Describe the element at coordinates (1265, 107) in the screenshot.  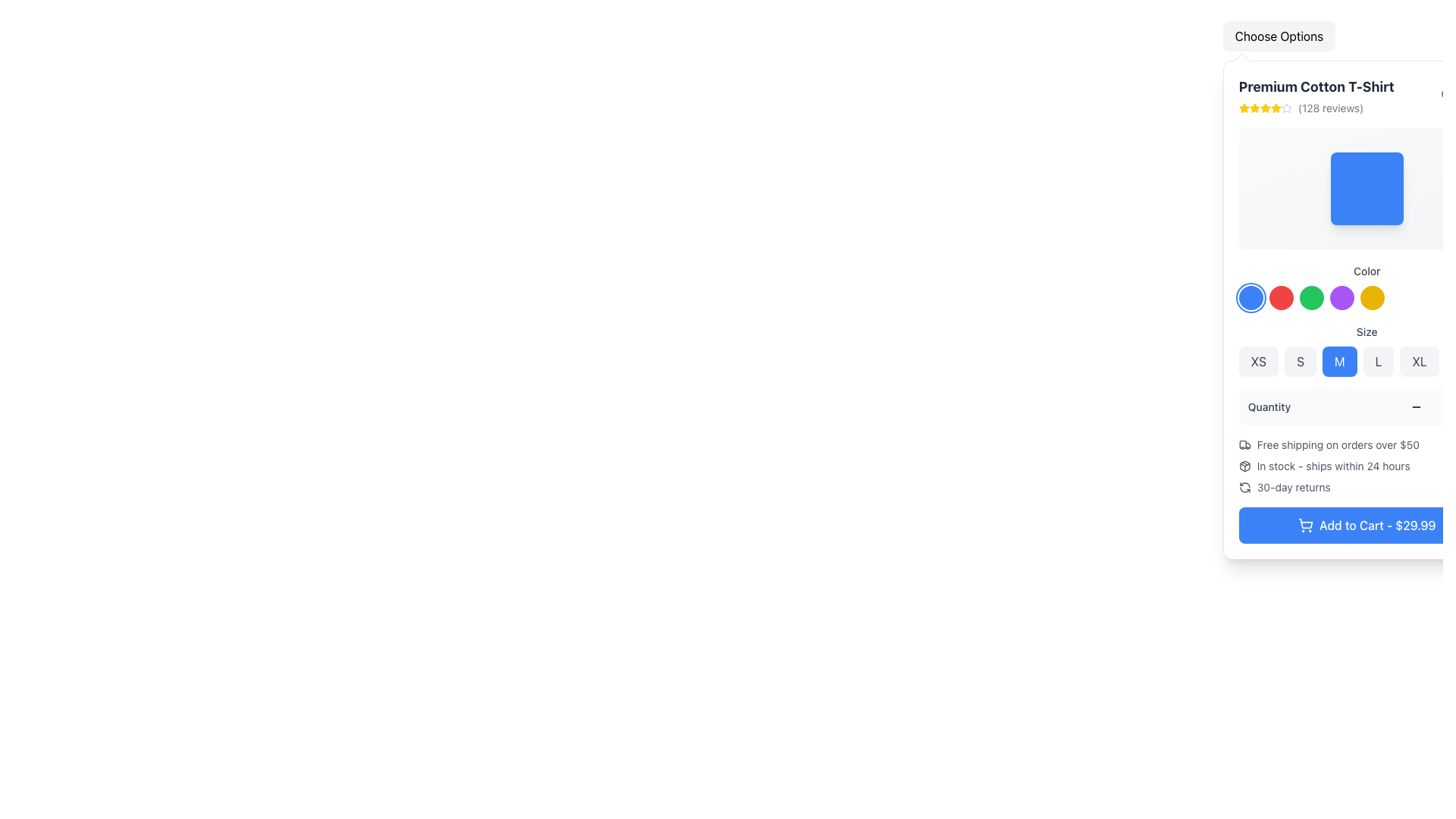
I see `the fourth star icon in the 5-star rating component to provide feedback or a rating` at that location.